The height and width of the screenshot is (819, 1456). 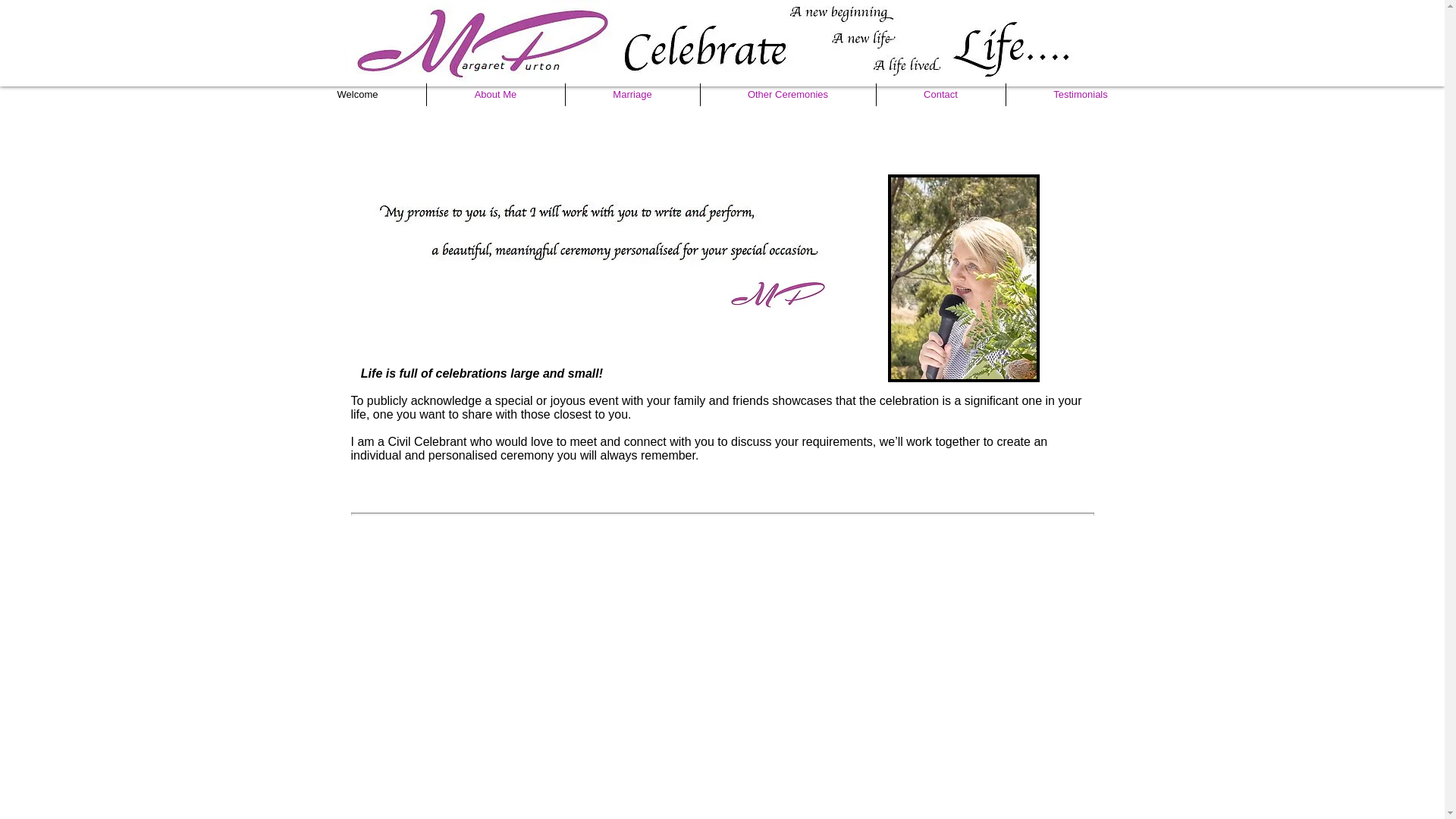 I want to click on 'Marriage', so click(x=632, y=94).